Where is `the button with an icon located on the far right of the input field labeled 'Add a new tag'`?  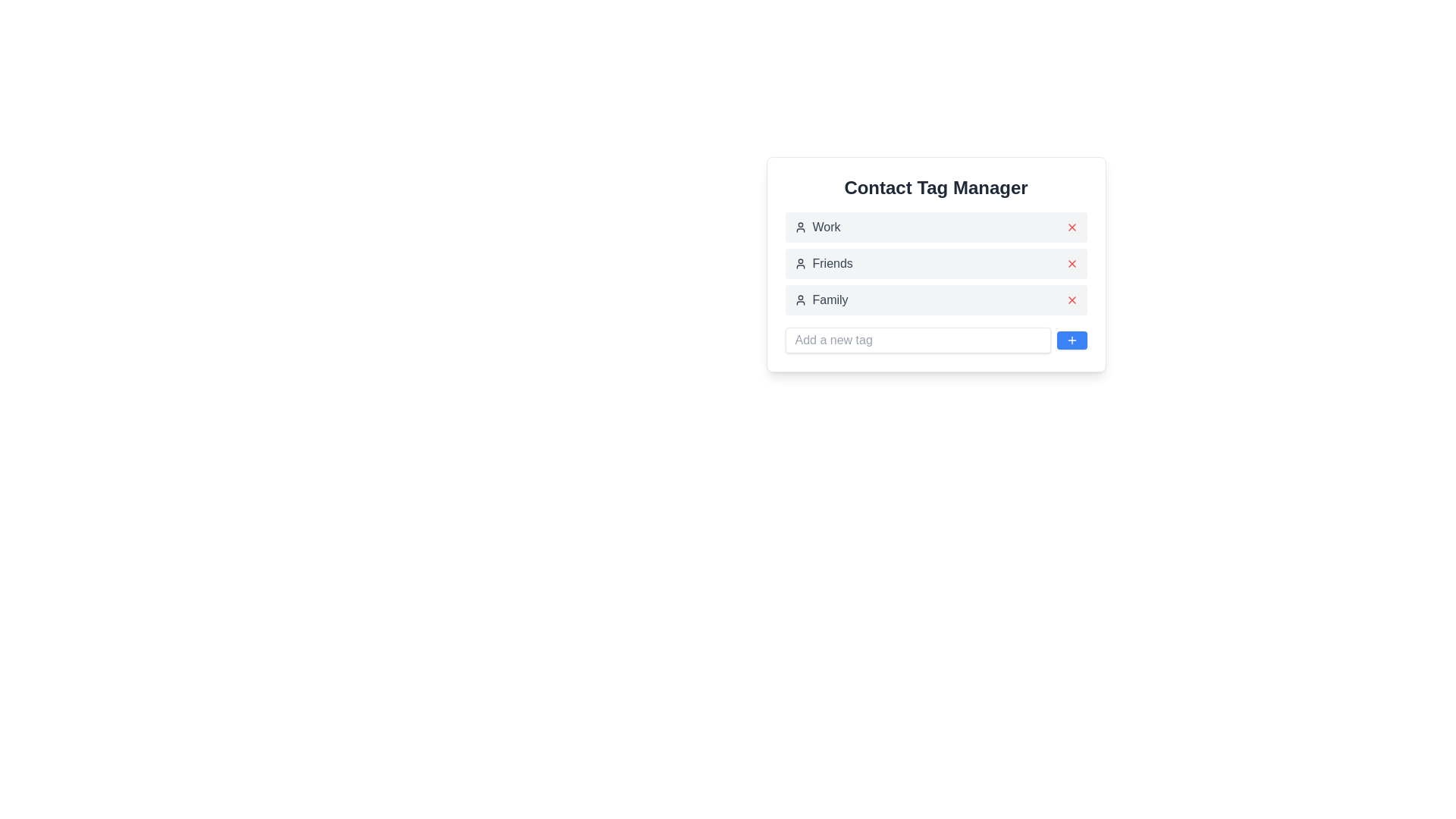
the button with an icon located on the far right of the input field labeled 'Add a new tag' is located at coordinates (1071, 339).